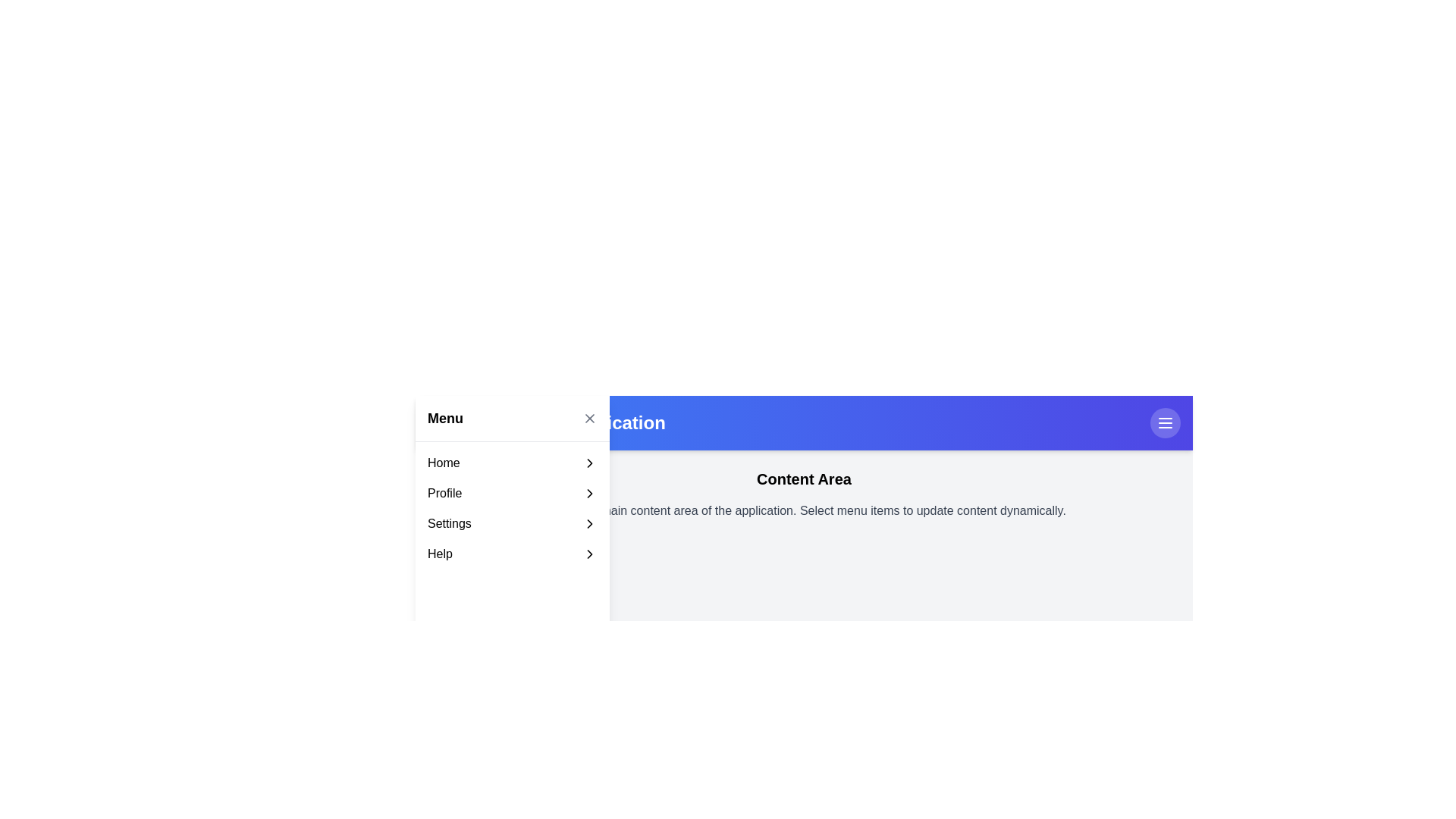 The image size is (1456, 819). What do you see at coordinates (1164, 423) in the screenshot?
I see `the menu toggle icon button located at the top-right corner of the blue header bar` at bounding box center [1164, 423].